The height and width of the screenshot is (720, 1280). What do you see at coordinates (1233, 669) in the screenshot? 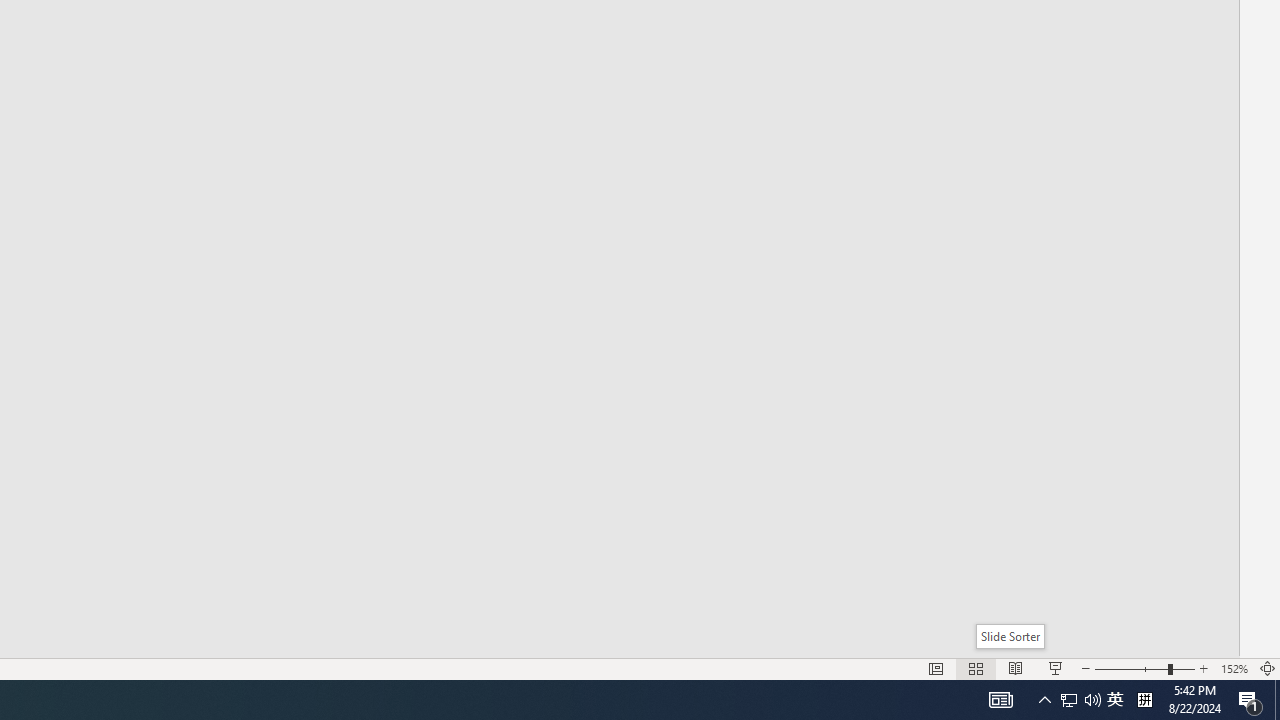
I see `'Zoom 152%'` at bounding box center [1233, 669].